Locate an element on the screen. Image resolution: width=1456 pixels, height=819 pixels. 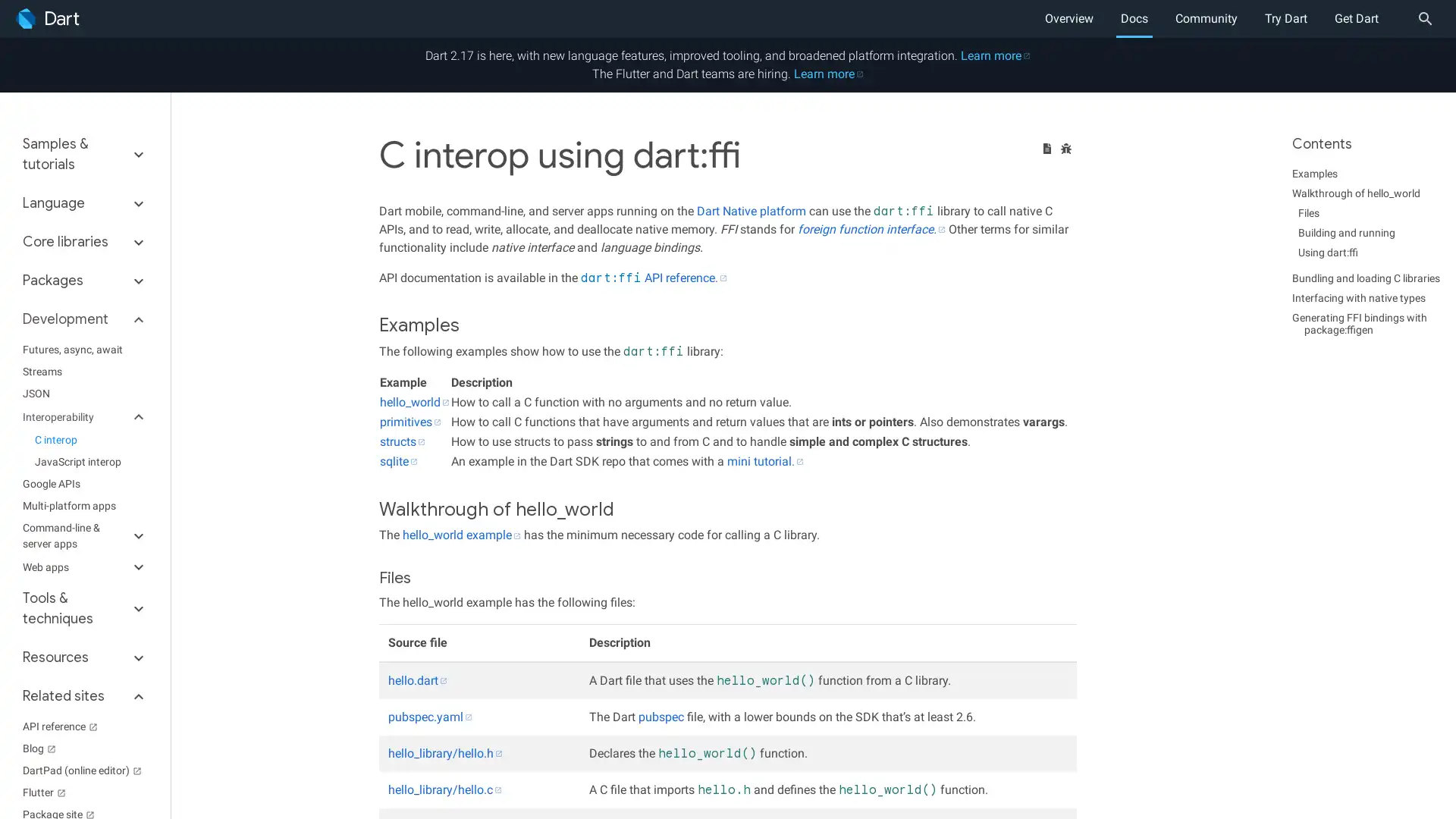
Related sites keyboard_arrow_down is located at coordinates (84, 696).